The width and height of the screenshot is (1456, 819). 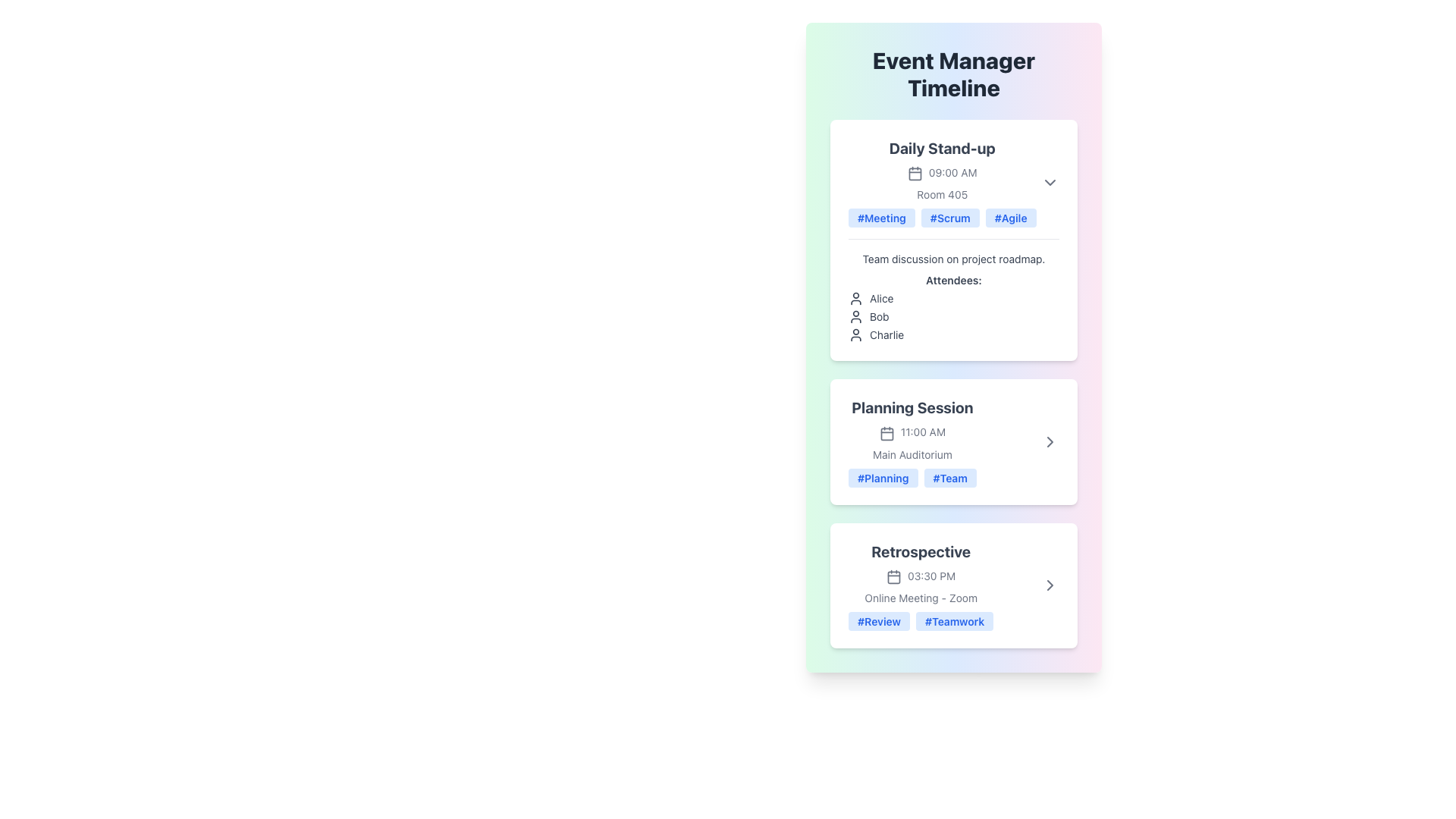 I want to click on the label '#Agile', which is the third element in the group of tags located below the 'Daily Stand-up' section header, so click(x=1011, y=218).